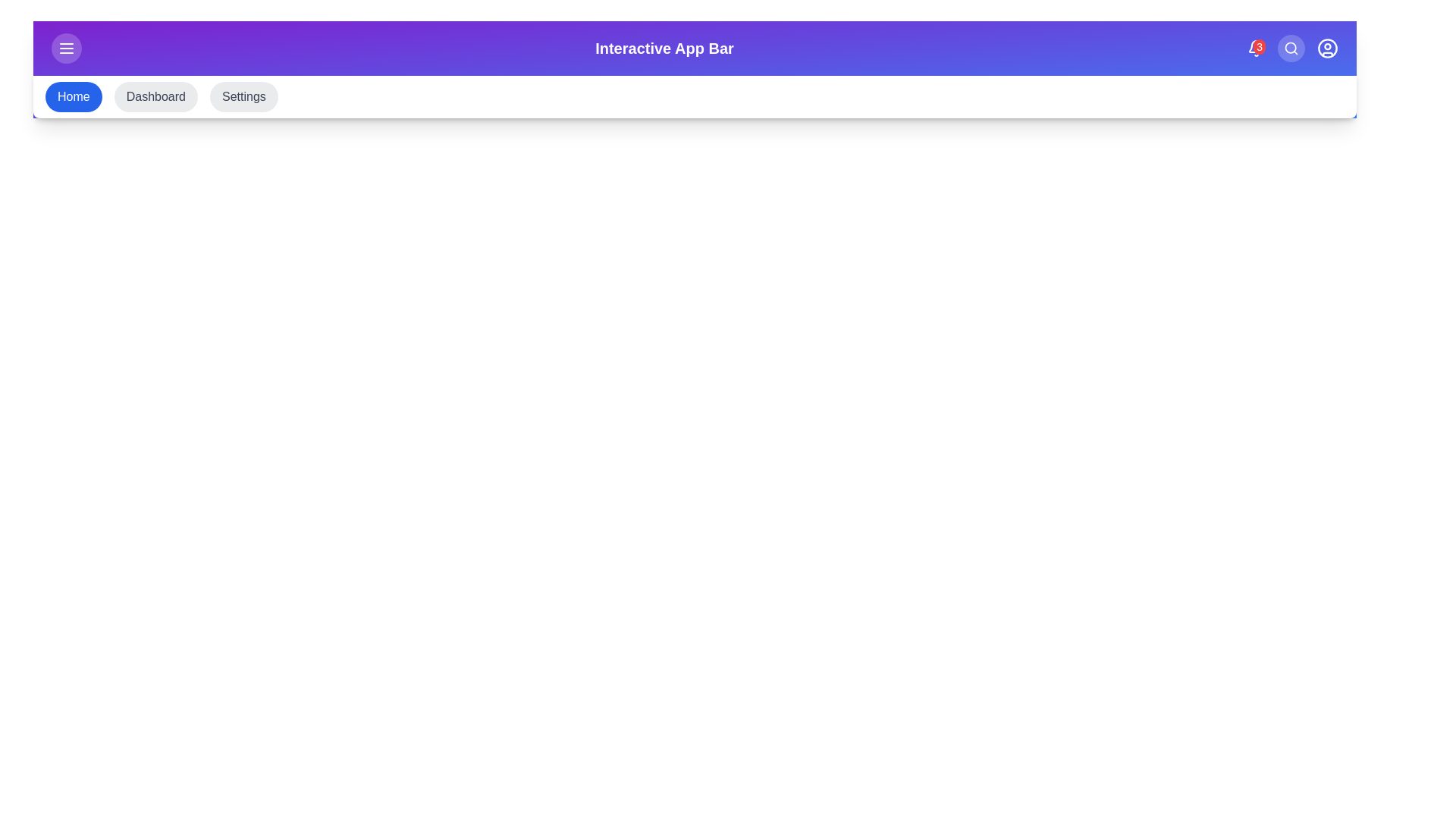  Describe the element at coordinates (1256, 48) in the screenshot. I see `the notification bell icon` at that location.